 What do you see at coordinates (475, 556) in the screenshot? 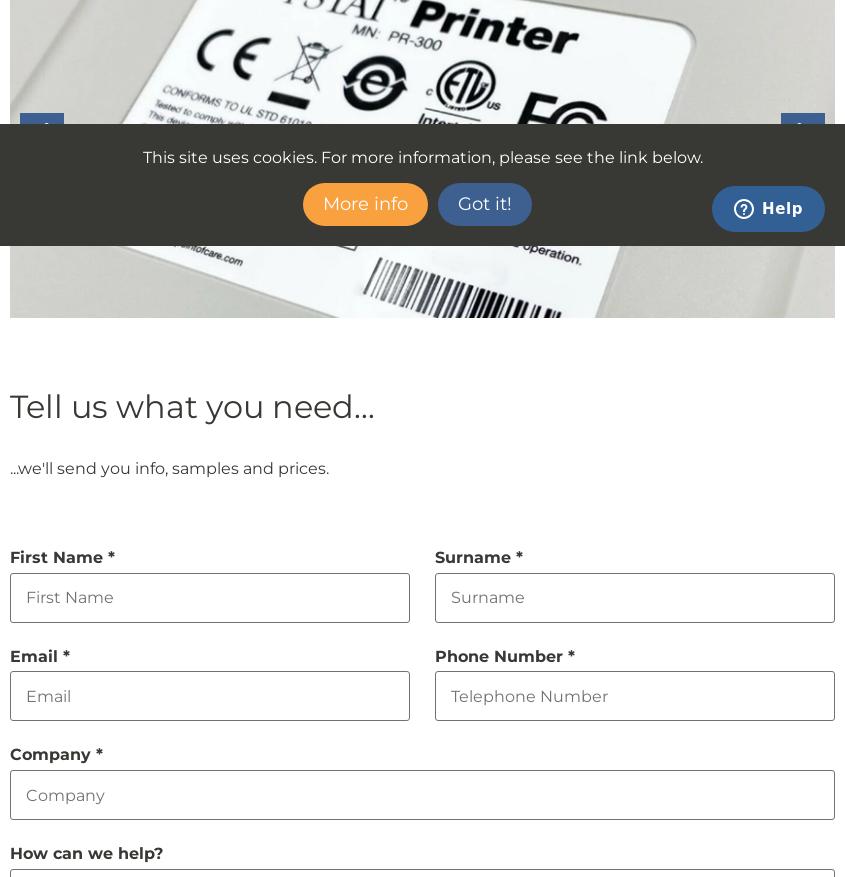
I see `'Surname'` at bounding box center [475, 556].